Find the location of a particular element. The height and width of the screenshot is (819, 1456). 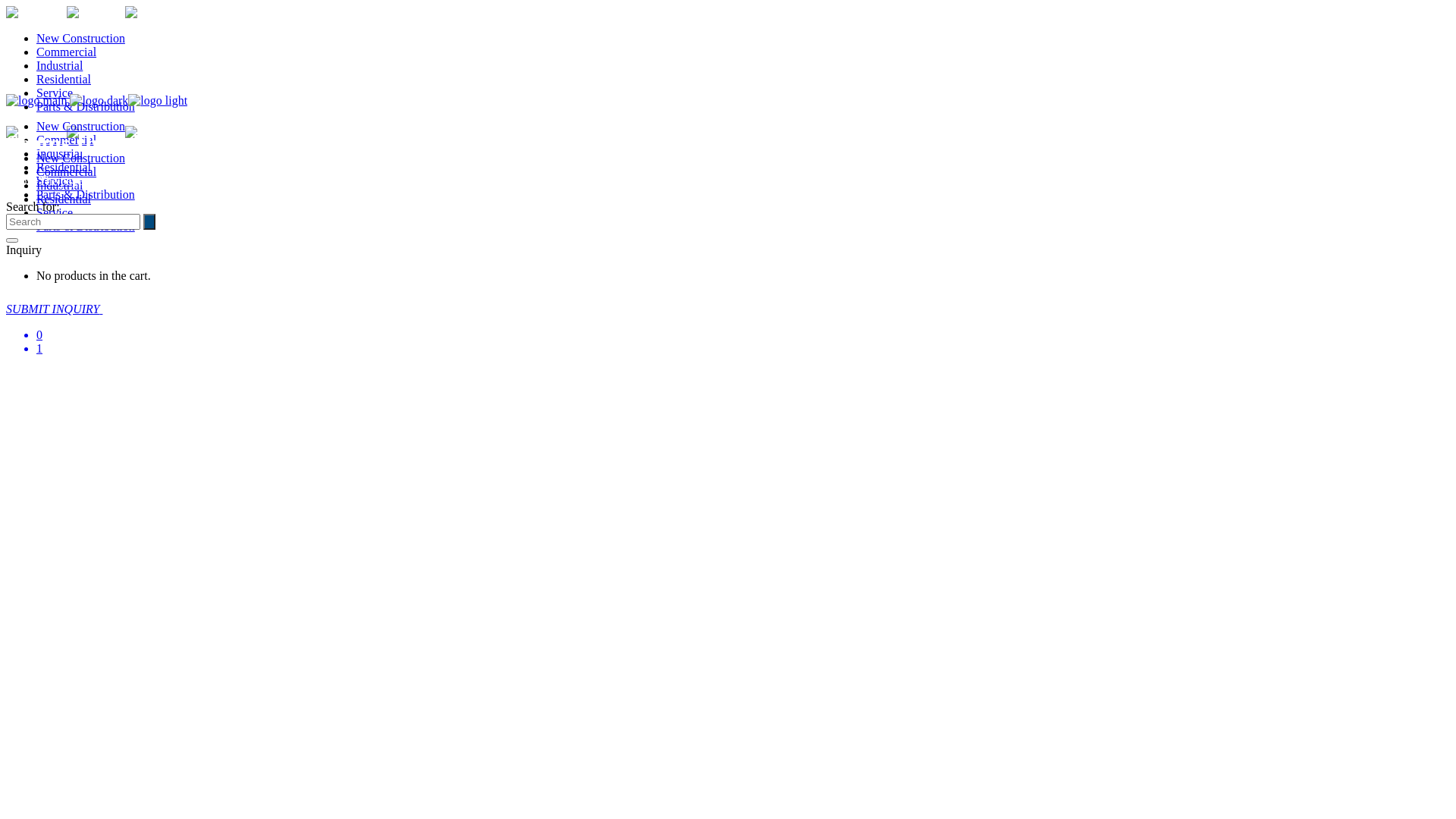

'Service' is located at coordinates (55, 180).